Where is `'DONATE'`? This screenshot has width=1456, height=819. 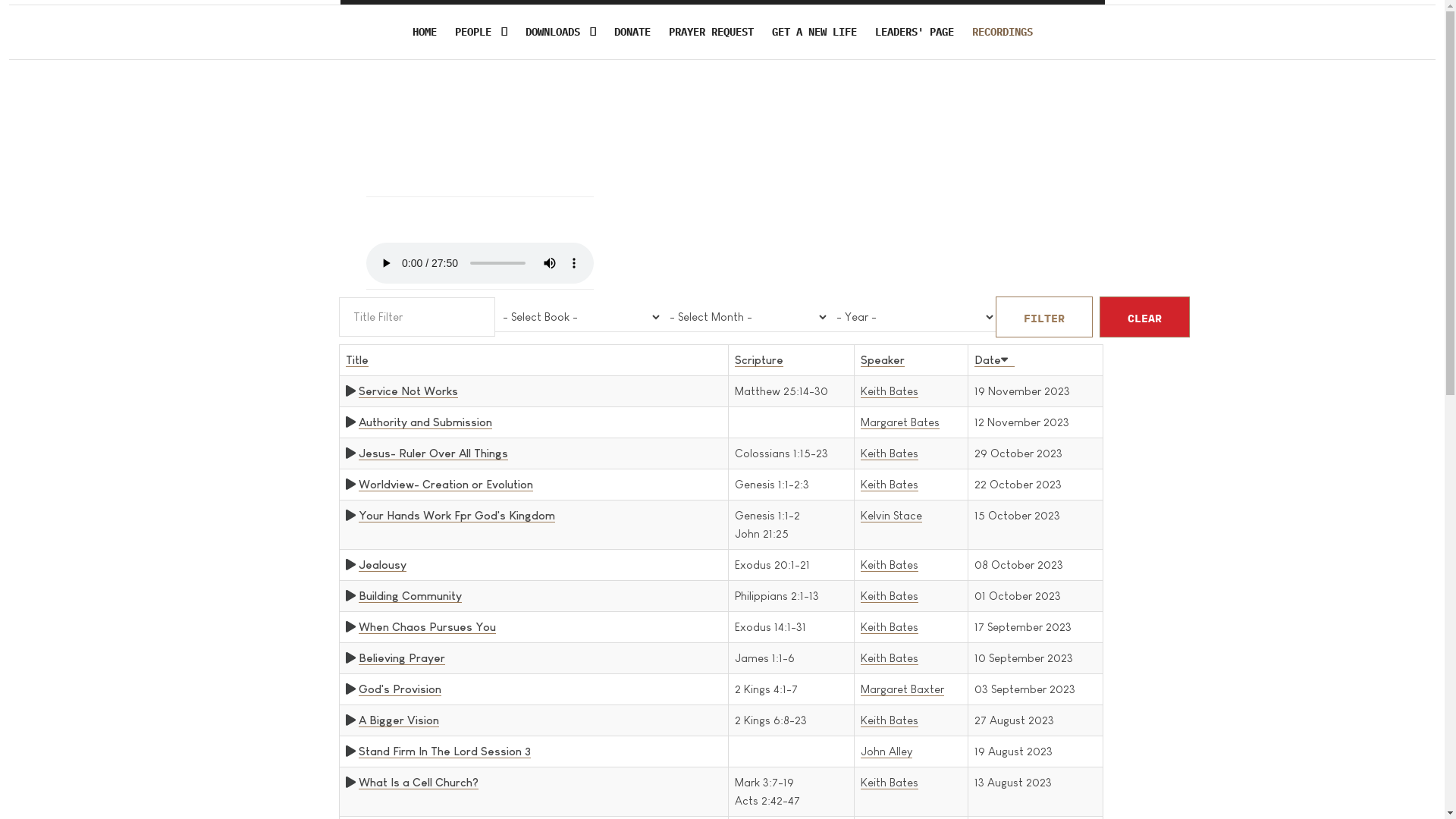
'DONATE' is located at coordinates (632, 32).